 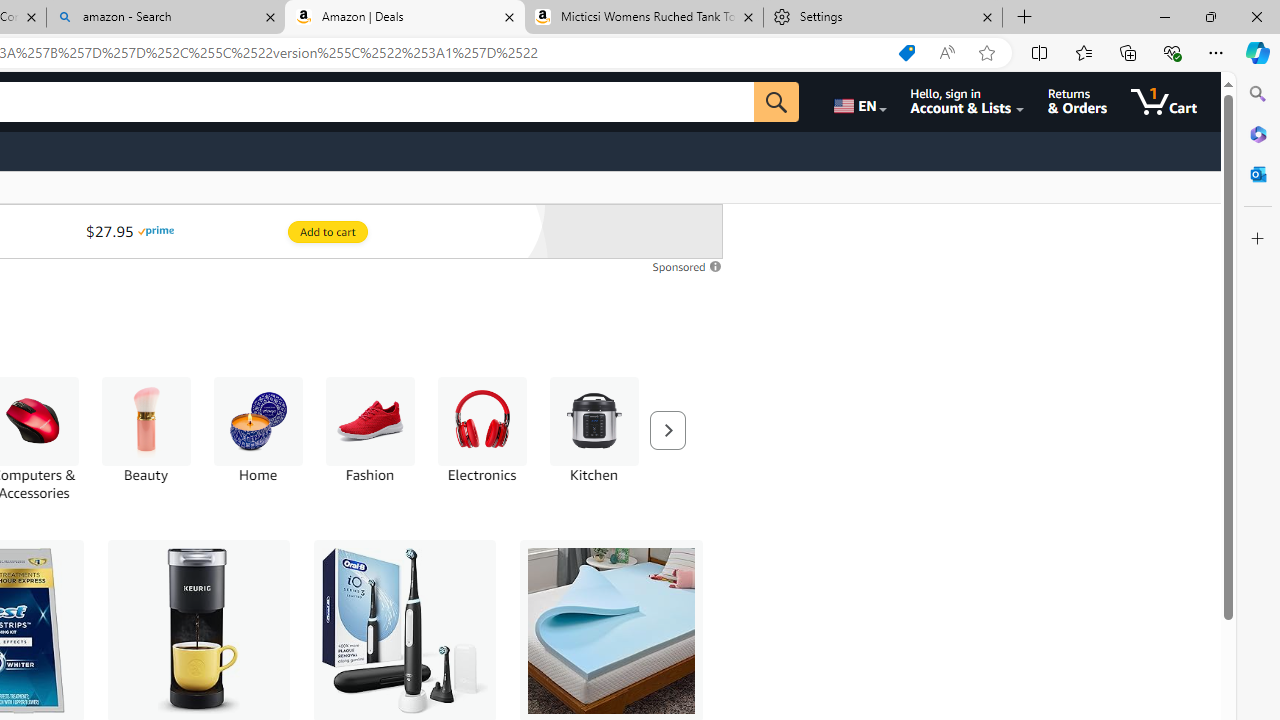 What do you see at coordinates (667, 428) in the screenshot?
I see `'Next'` at bounding box center [667, 428].